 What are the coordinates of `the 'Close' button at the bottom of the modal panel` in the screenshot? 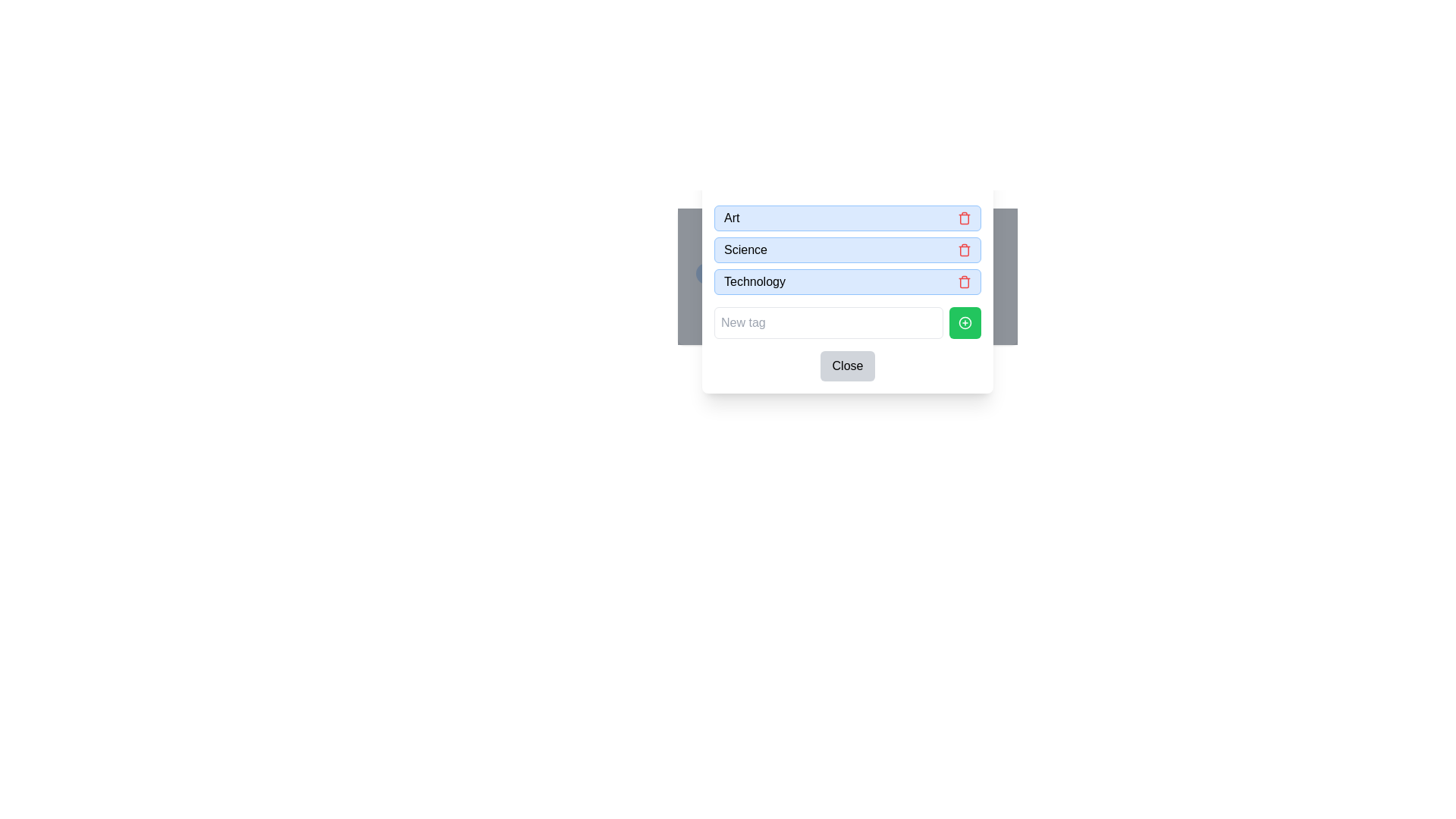 It's located at (847, 366).